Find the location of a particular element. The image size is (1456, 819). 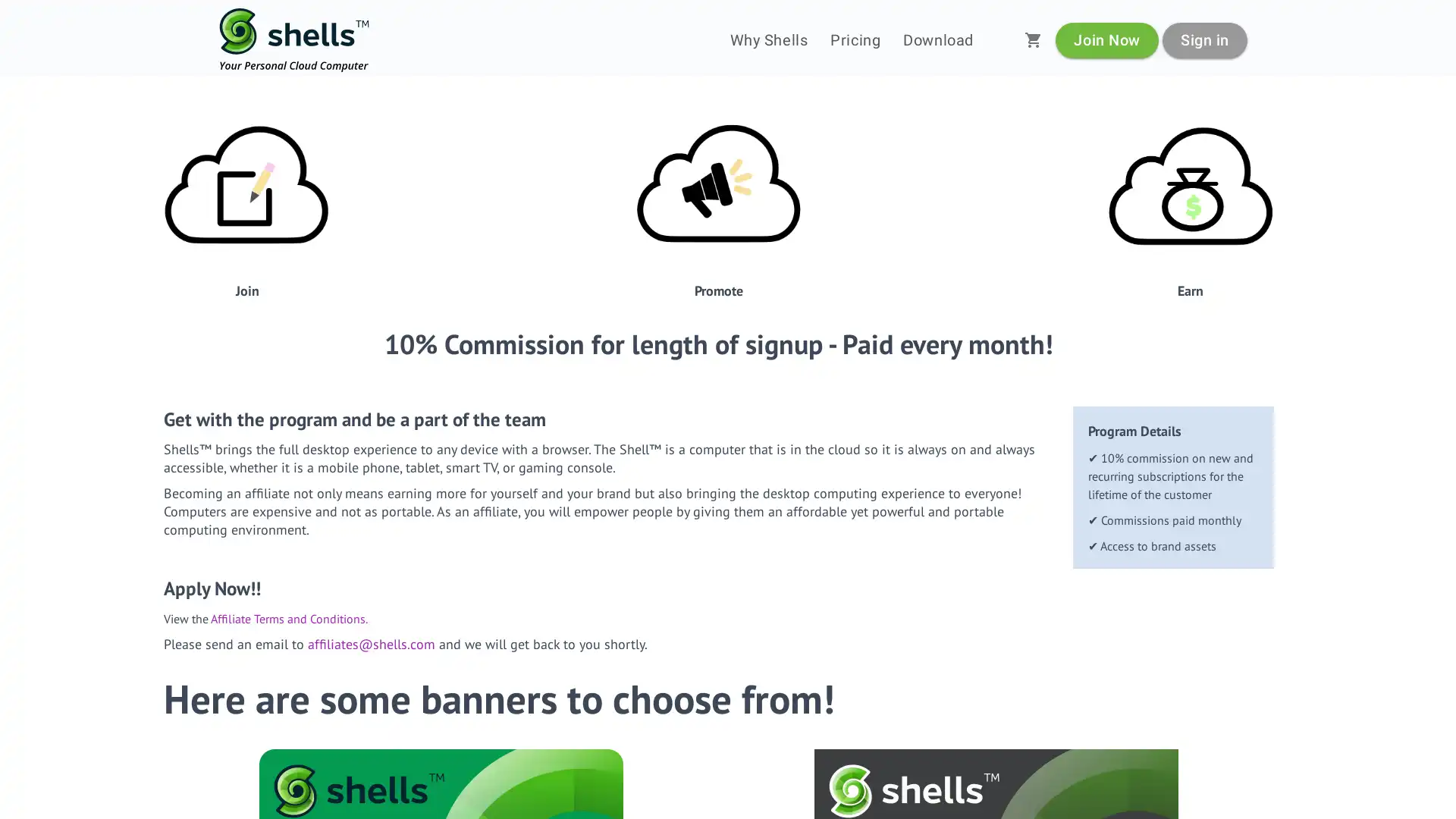

Download is located at coordinates (937, 39).